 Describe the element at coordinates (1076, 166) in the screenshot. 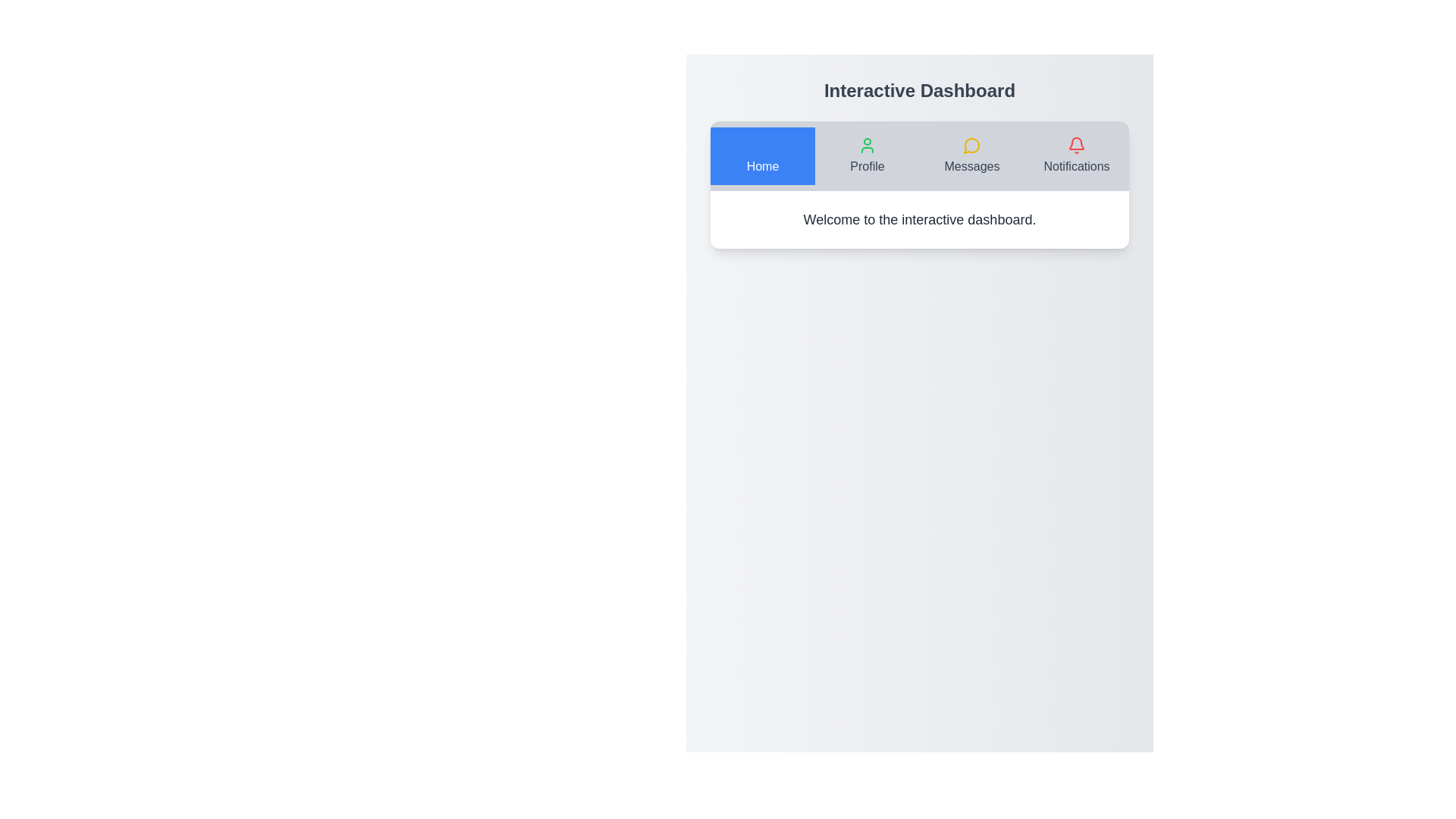

I see `the 'Notifications' text label located at the rightmost section of the navigation header, directly below the bell icon` at that location.